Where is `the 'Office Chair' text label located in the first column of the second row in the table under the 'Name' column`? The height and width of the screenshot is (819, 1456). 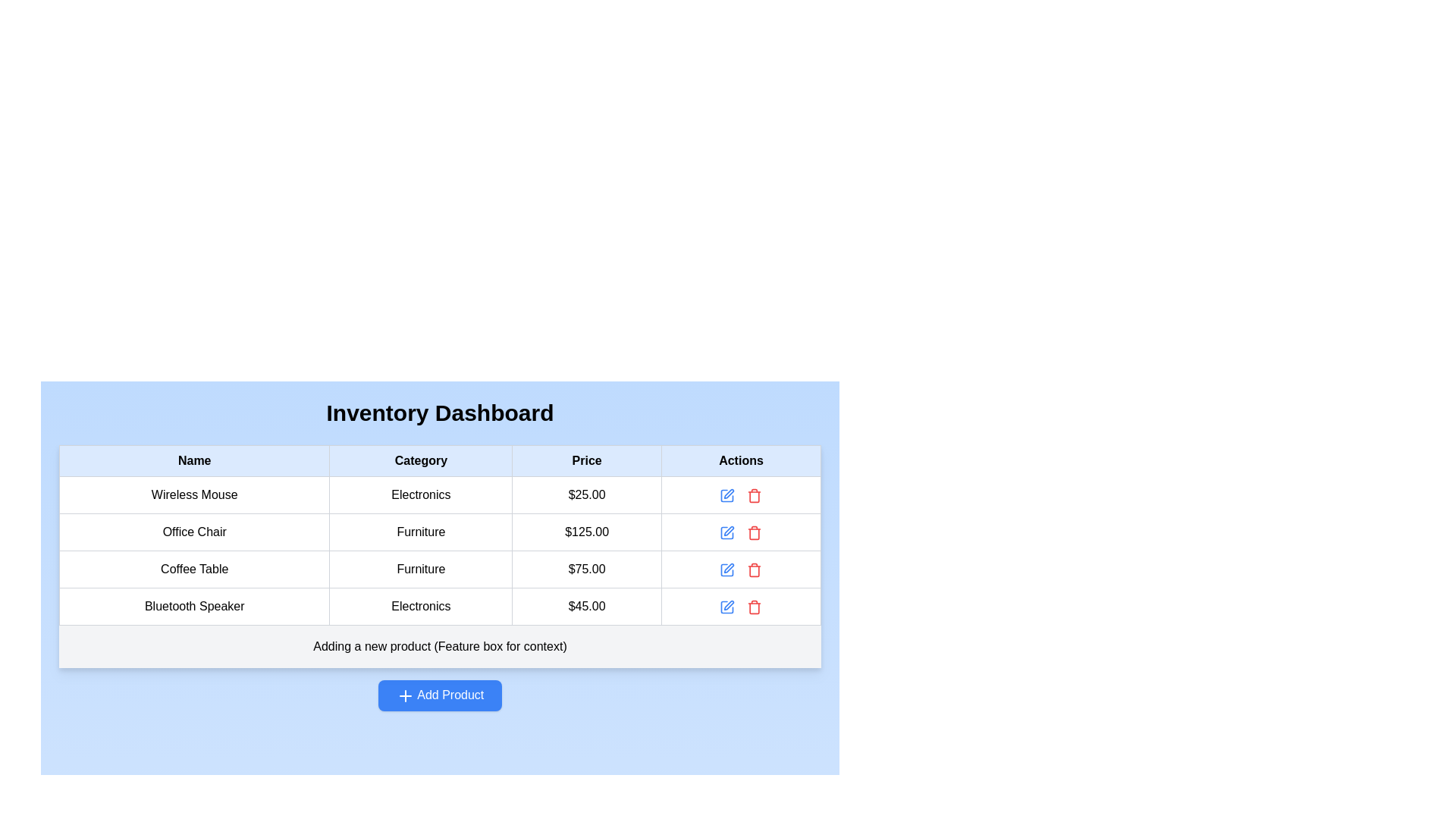 the 'Office Chair' text label located in the first column of the second row in the table under the 'Name' column is located at coordinates (193, 532).